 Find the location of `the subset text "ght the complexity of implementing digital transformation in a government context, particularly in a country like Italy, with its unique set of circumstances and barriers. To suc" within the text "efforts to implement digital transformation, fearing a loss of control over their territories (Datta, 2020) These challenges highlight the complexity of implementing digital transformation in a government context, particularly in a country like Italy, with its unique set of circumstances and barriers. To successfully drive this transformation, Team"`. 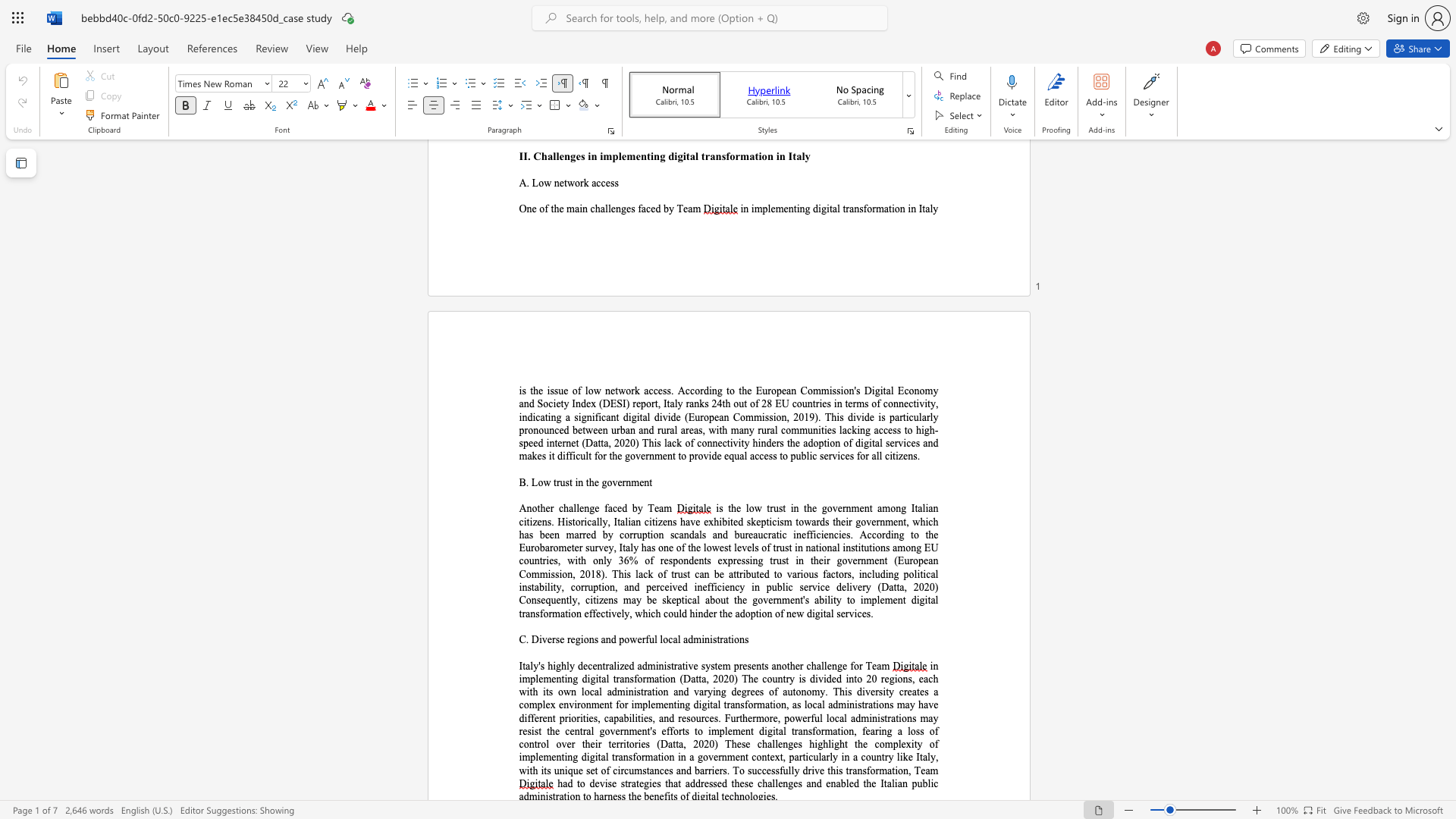

the subset text "ght the complexity of implementing digital transformation in a government context, particularly in a country like Italy, with its unique set of circumstances and barriers. To suc" within the text "efforts to implement digital transformation, fearing a loss of control over their territories (Datta, 2020) These challenges highlight the complexity of implementing digital transformation in a government context, particularly in a country like Italy, with its unique set of circumstances and barriers. To successfully drive this transformation, Team" is located at coordinates (833, 743).